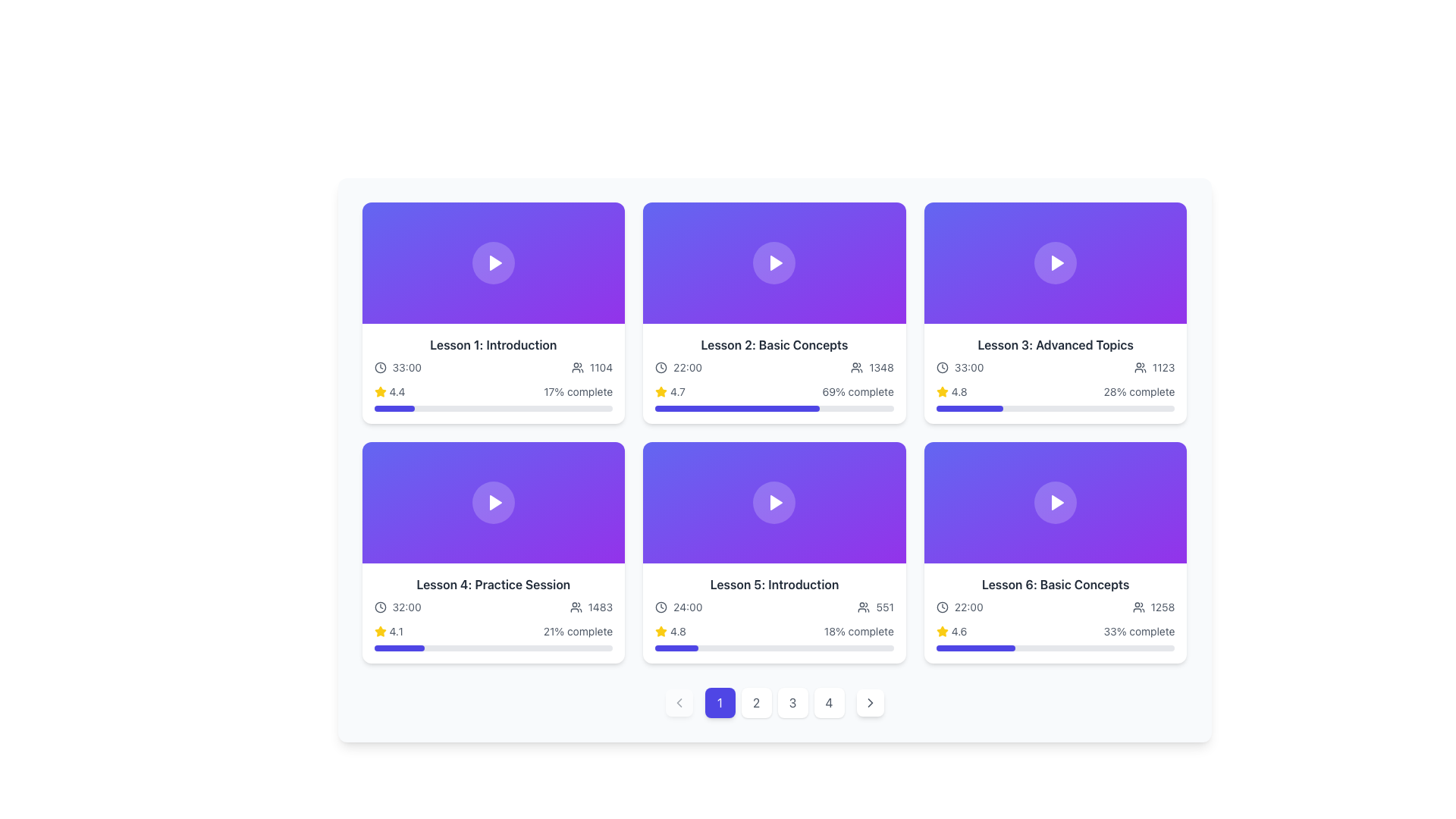  What do you see at coordinates (493, 397) in the screenshot?
I see `the star rating in the Progress indicator for Lesson 1` at bounding box center [493, 397].